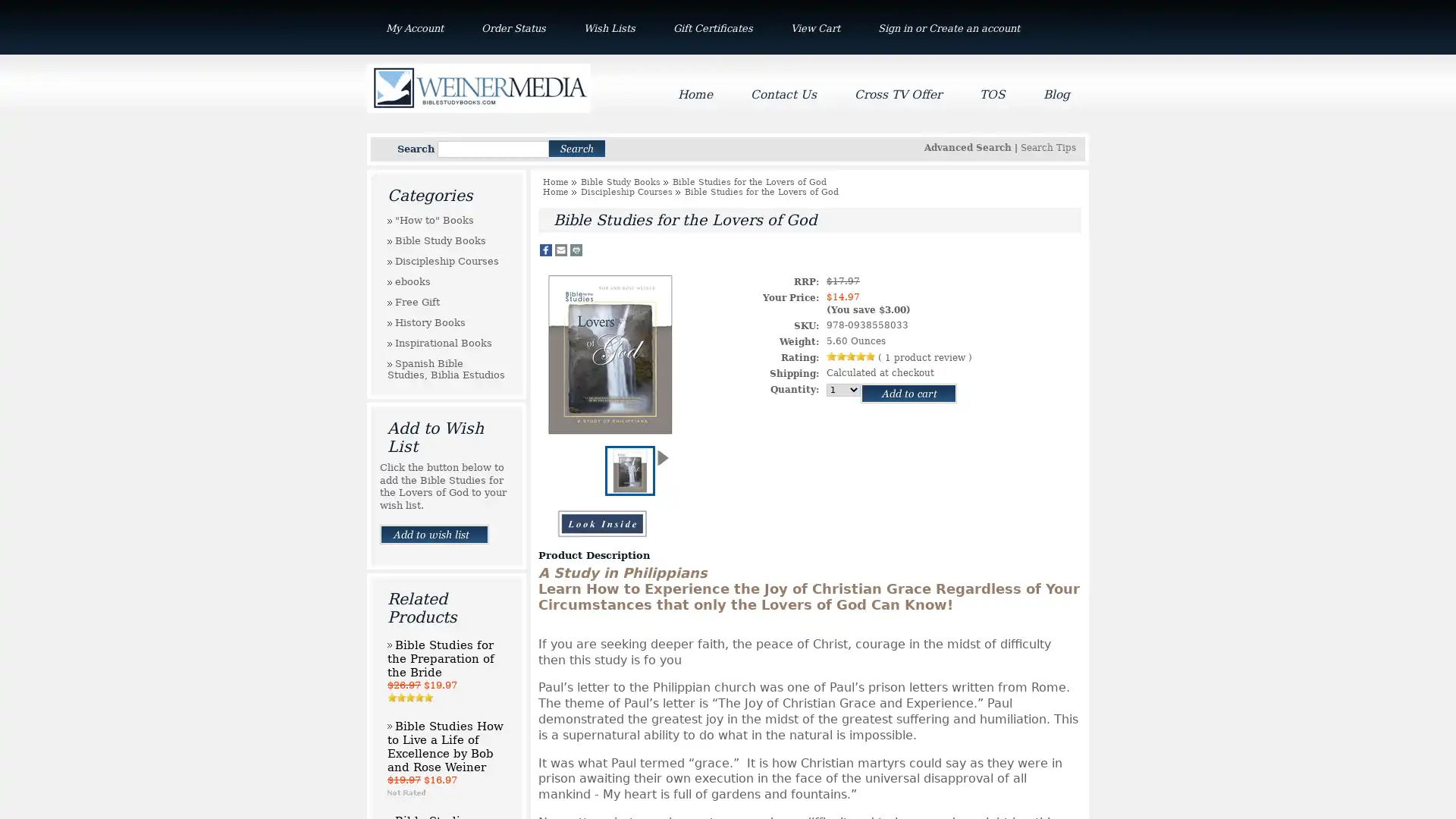 The width and height of the screenshot is (1456, 819). I want to click on Add to Wish List, so click(433, 533).